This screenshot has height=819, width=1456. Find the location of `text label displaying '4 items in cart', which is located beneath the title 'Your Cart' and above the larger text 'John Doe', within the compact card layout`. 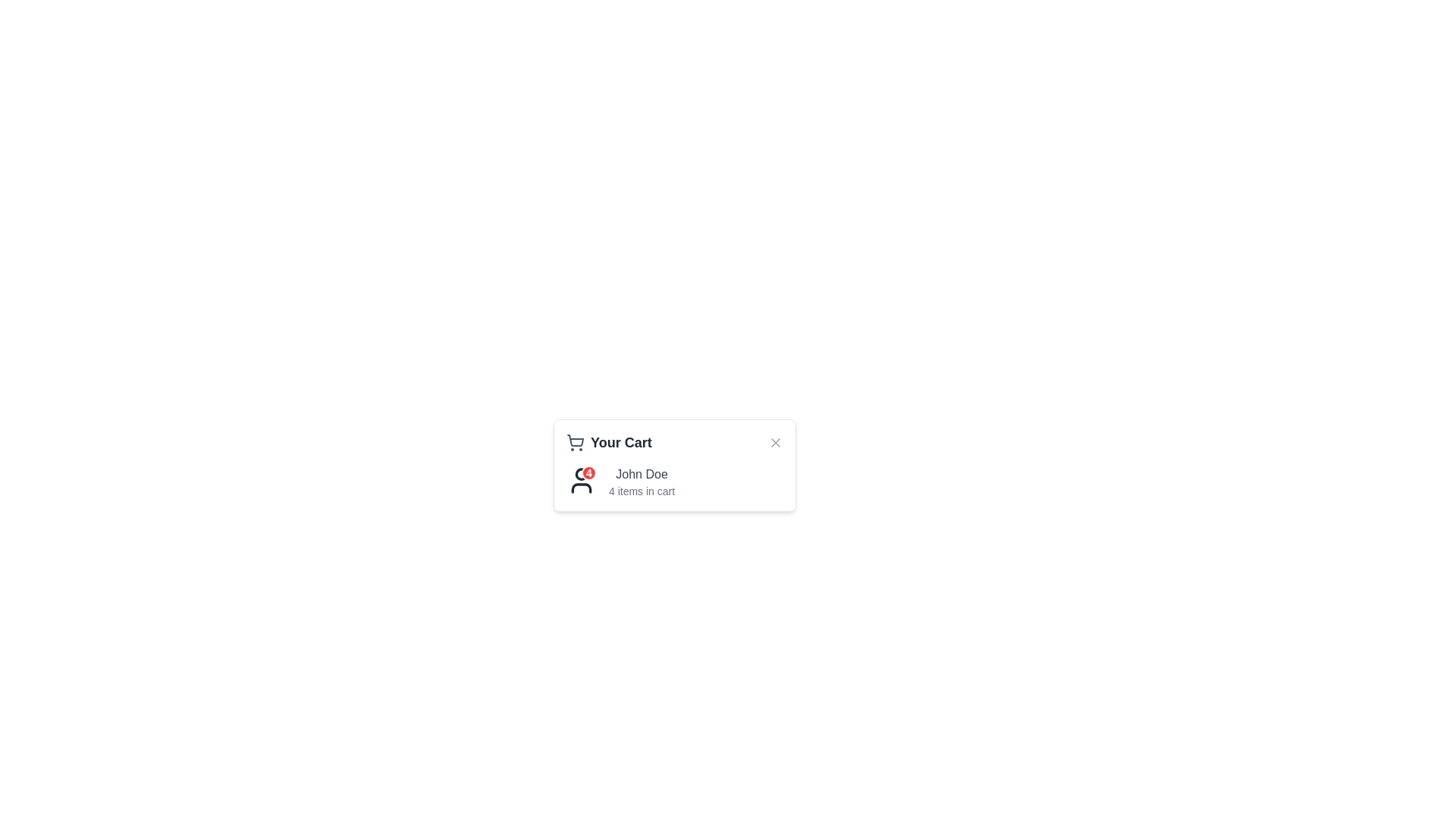

text label displaying '4 items in cart', which is located beneath the title 'Your Cart' and above the larger text 'John Doe', within the compact card layout is located at coordinates (642, 491).